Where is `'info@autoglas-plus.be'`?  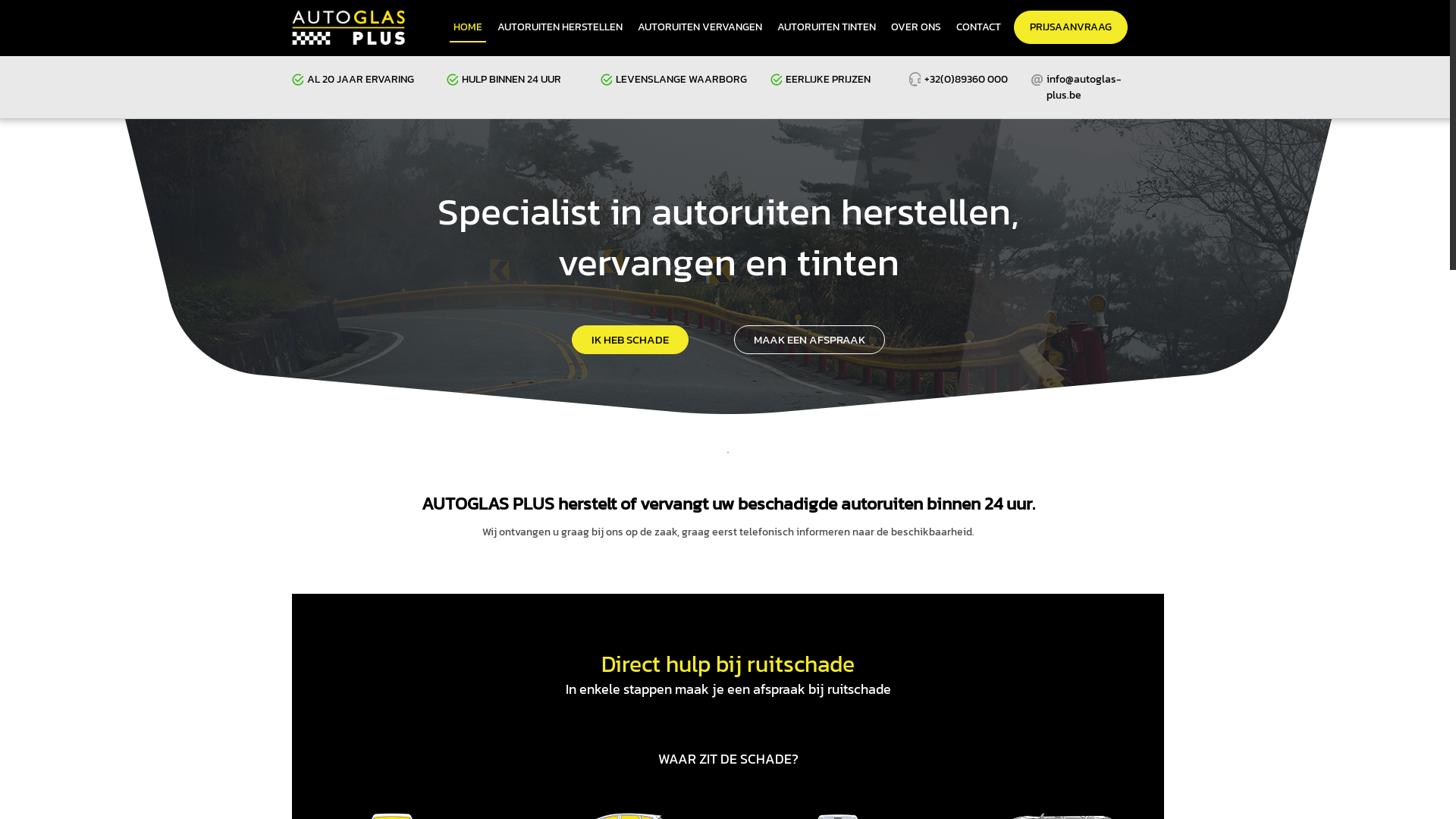 'info@autoglas-plus.be' is located at coordinates (1083, 87).